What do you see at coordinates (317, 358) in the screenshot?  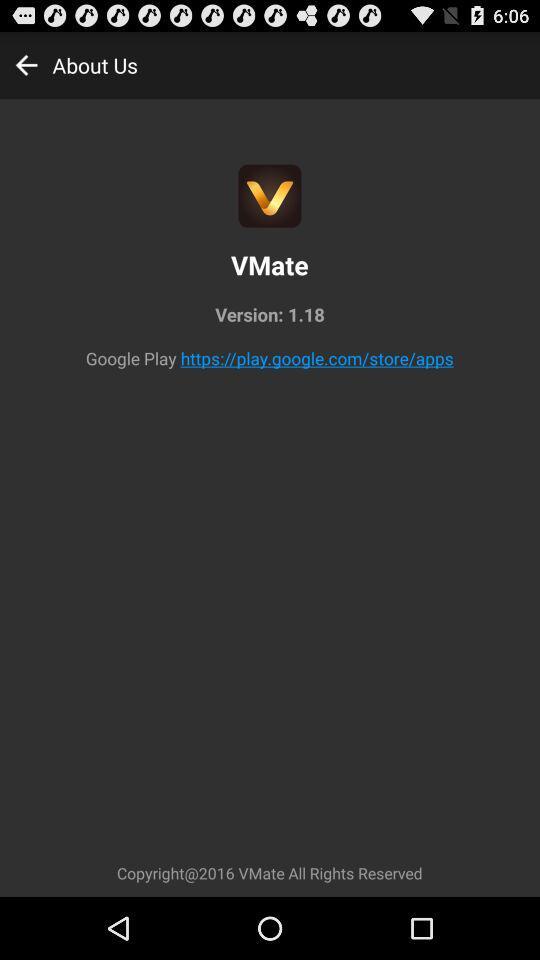 I see `the app below version: 1.18 icon` at bounding box center [317, 358].